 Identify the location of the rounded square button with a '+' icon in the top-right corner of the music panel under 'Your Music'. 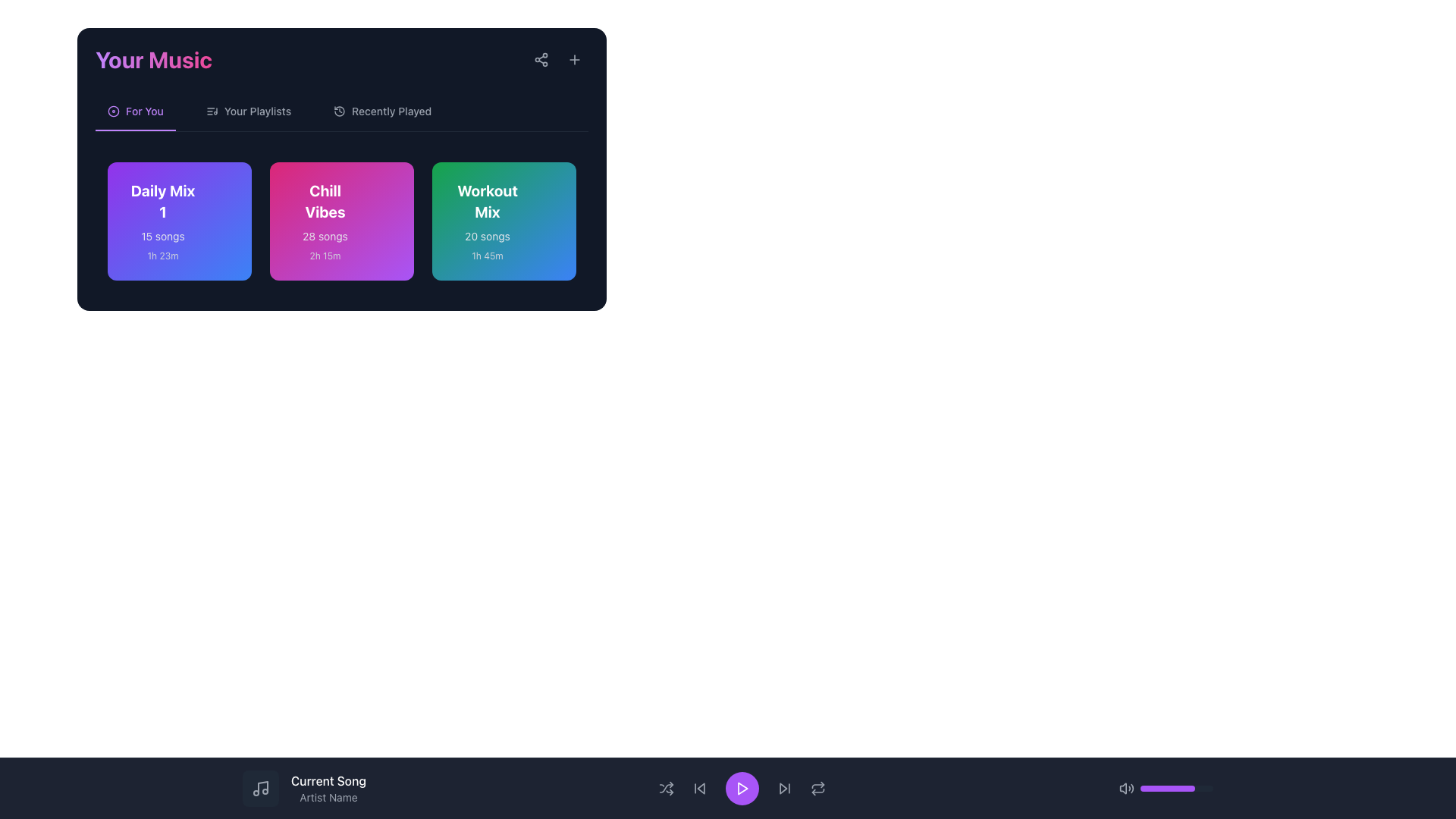
(574, 58).